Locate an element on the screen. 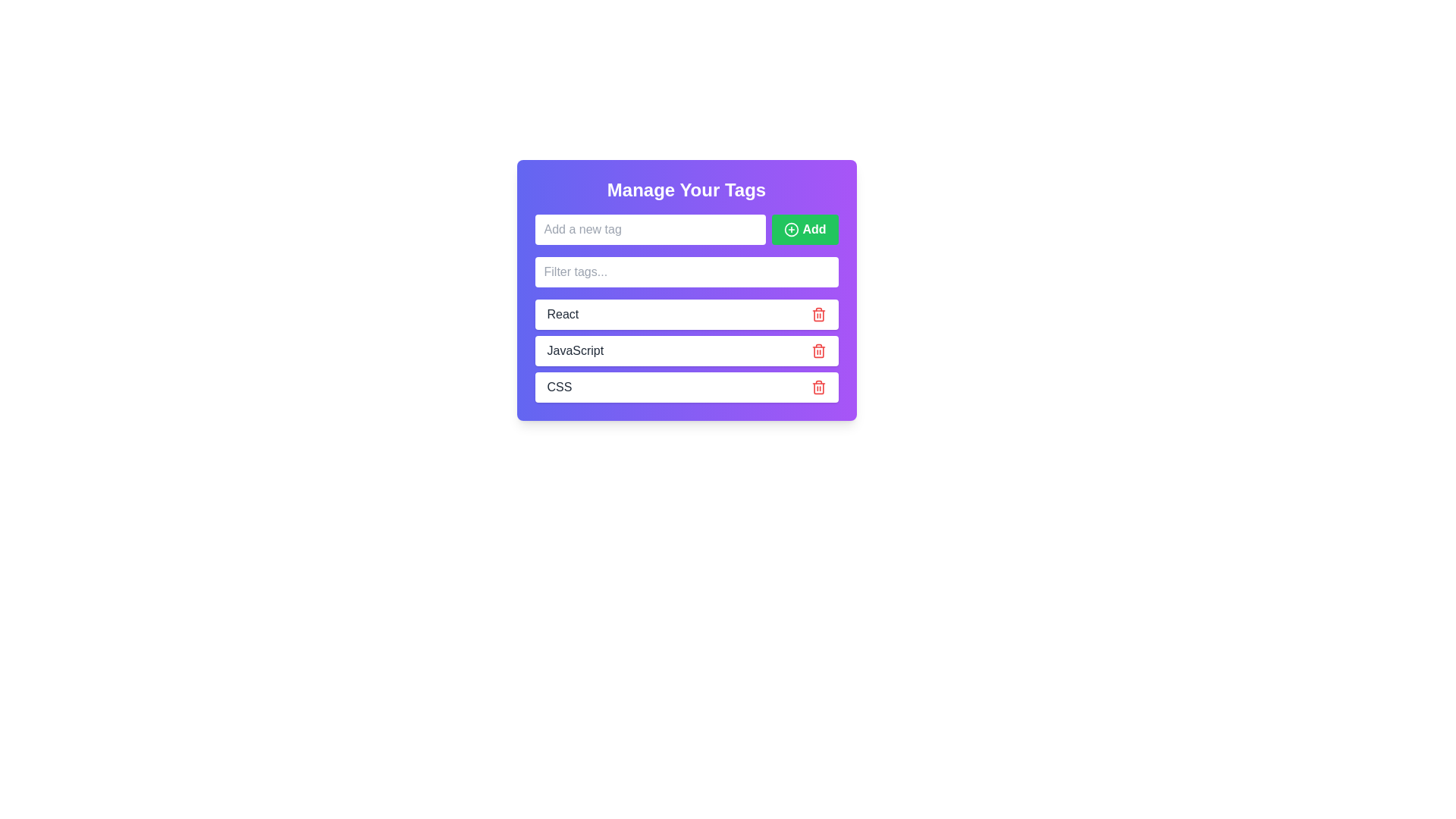 Image resolution: width=1456 pixels, height=819 pixels. the trash bin icon button located in the top-right corner of the row containing the text 'React' is located at coordinates (817, 314).